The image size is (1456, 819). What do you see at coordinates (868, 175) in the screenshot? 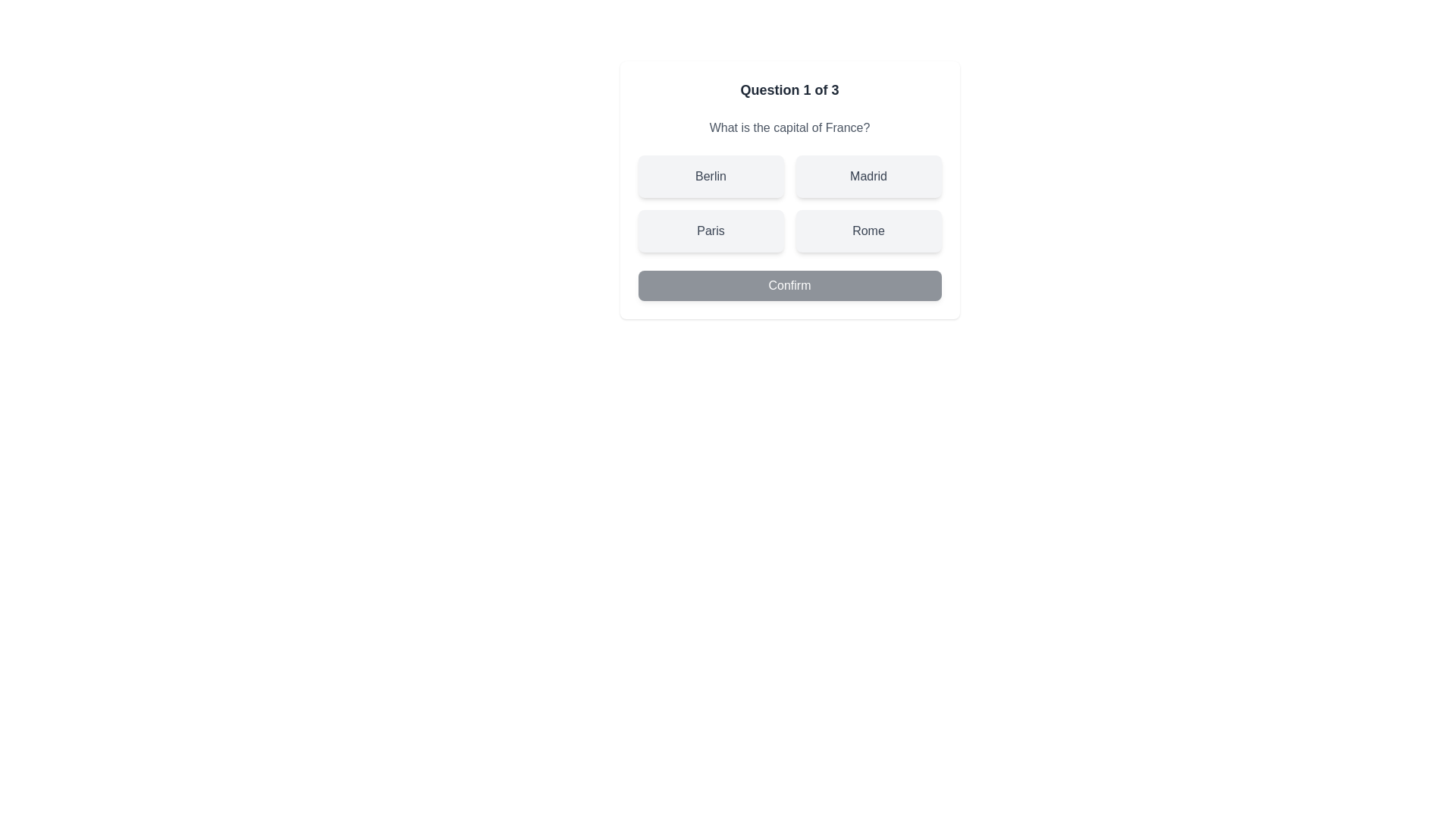
I see `the quiz option Madrid by clicking on it` at bounding box center [868, 175].